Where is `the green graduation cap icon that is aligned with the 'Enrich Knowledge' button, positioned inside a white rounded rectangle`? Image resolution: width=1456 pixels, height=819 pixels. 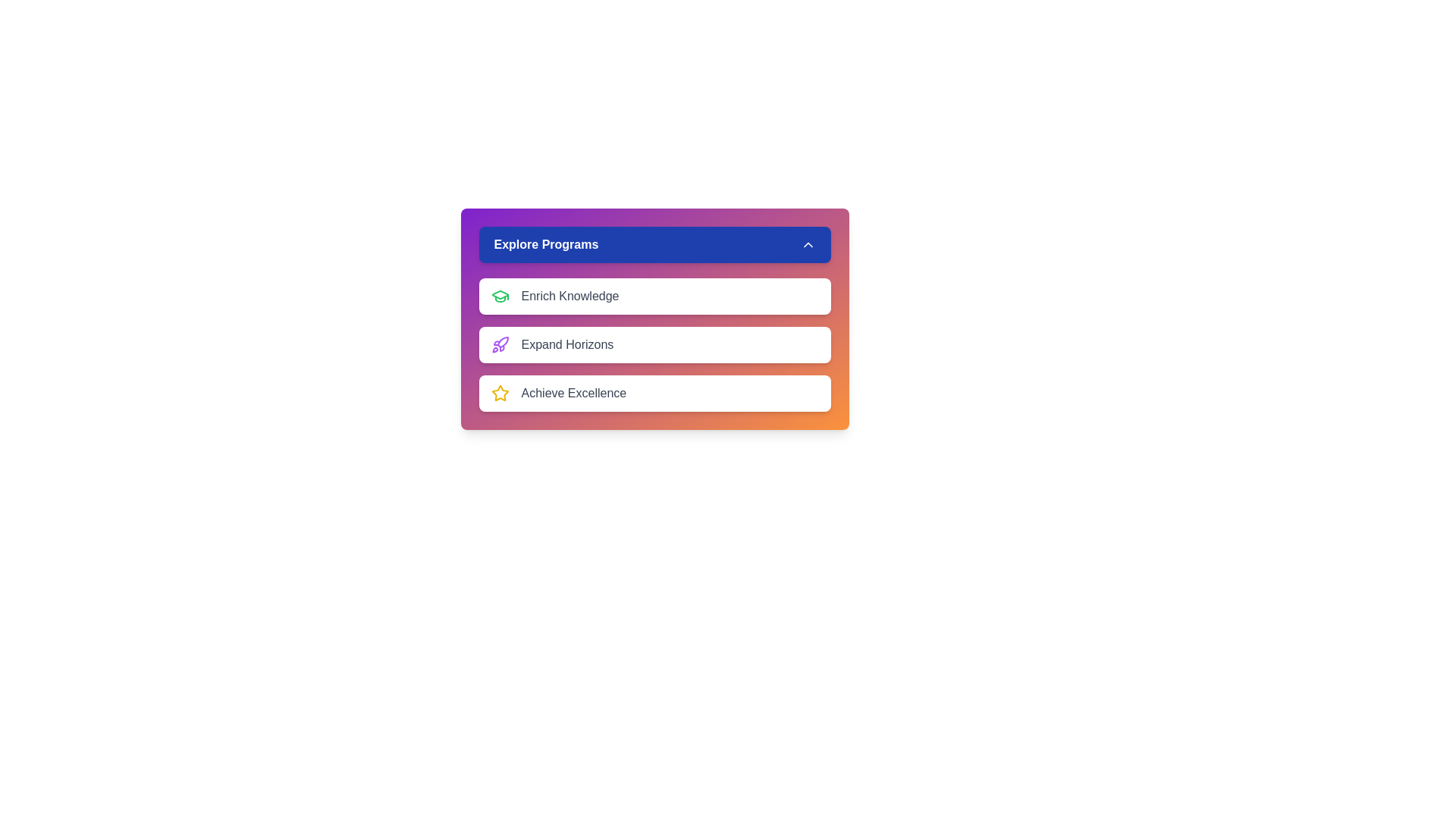 the green graduation cap icon that is aligned with the 'Enrich Knowledge' button, positioned inside a white rounded rectangle is located at coordinates (500, 296).